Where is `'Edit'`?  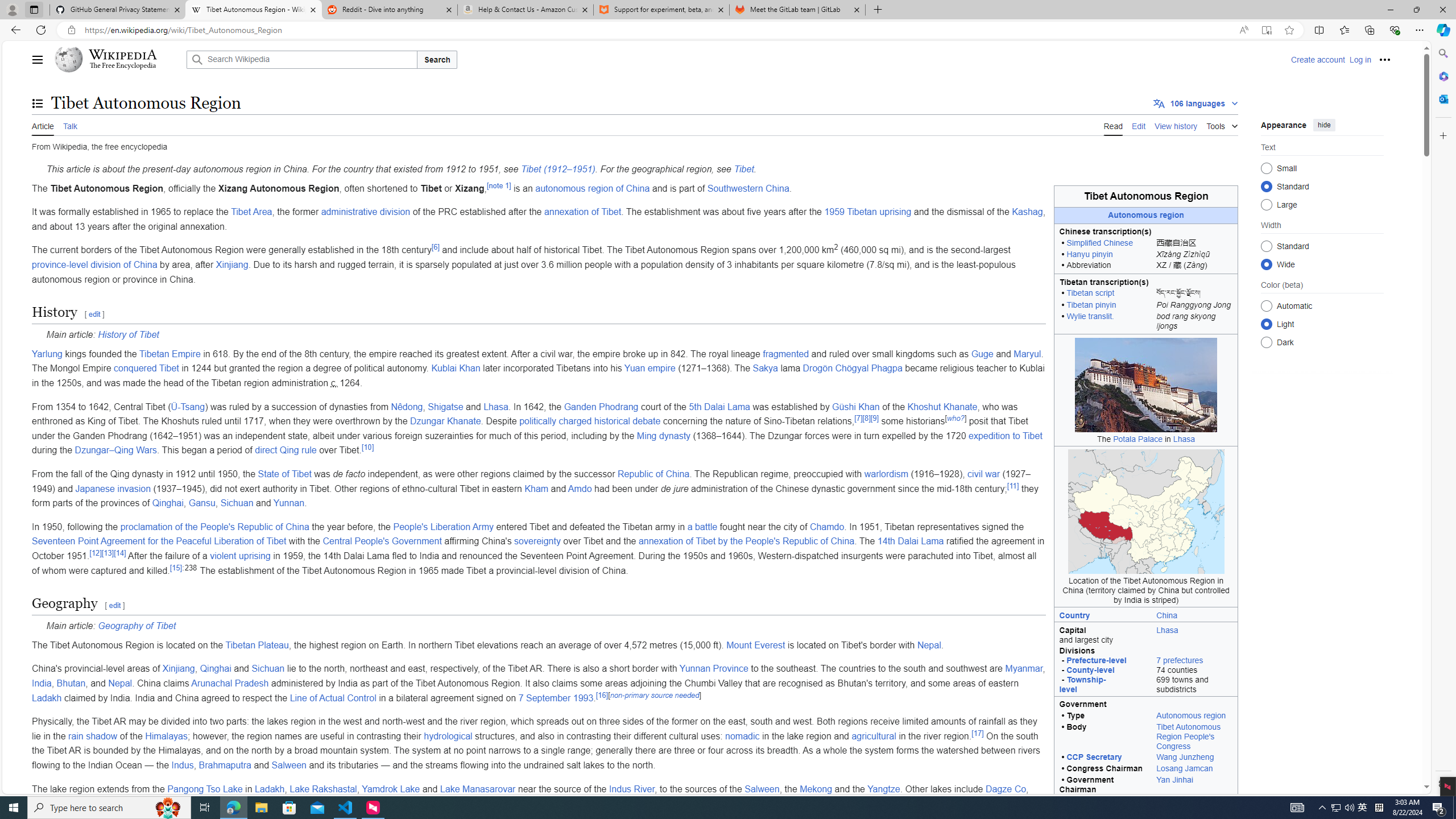
'Edit' is located at coordinates (1138, 125).